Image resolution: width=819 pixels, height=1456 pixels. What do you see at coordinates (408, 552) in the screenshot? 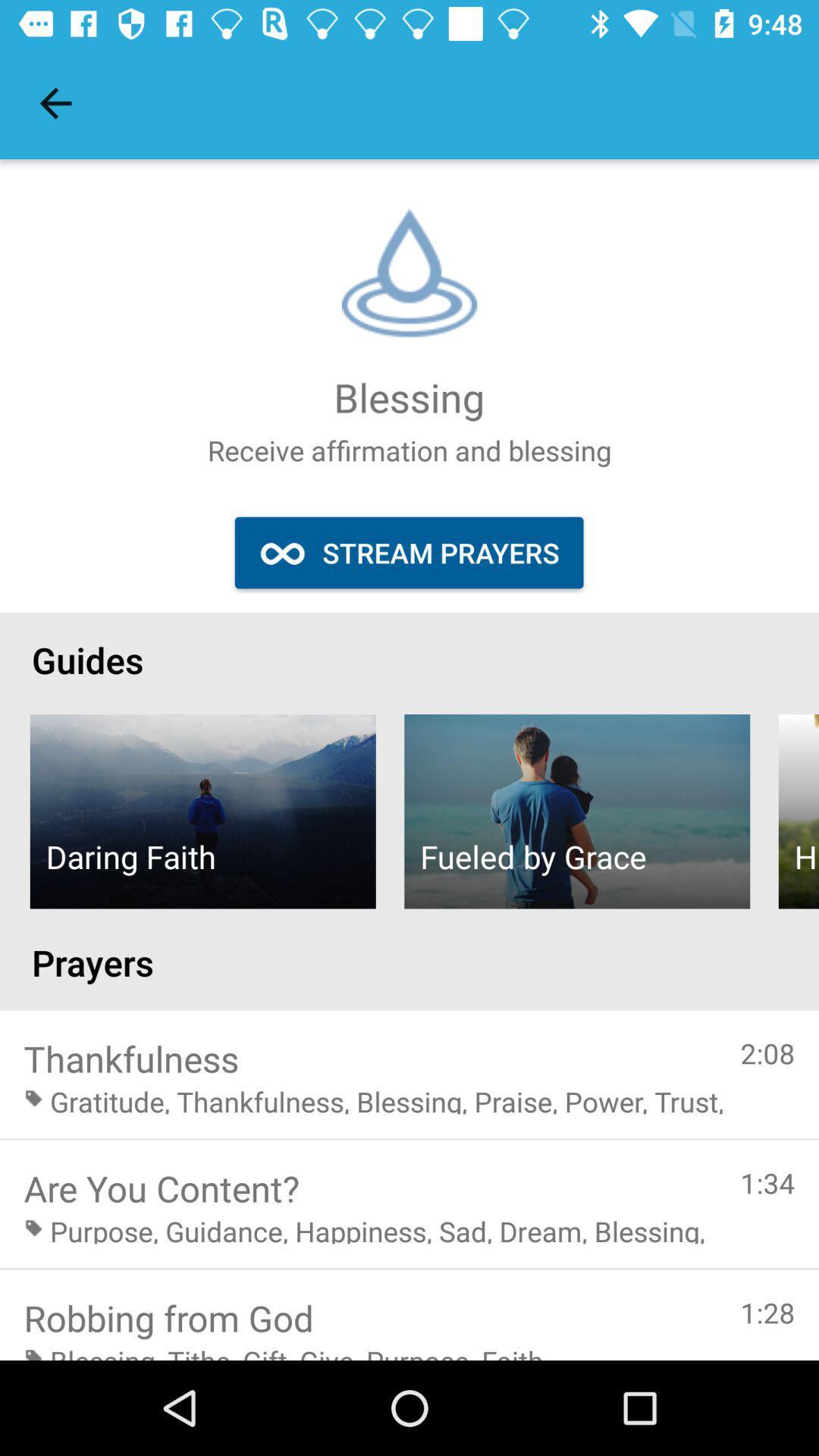
I see `stream prayers icon` at bounding box center [408, 552].